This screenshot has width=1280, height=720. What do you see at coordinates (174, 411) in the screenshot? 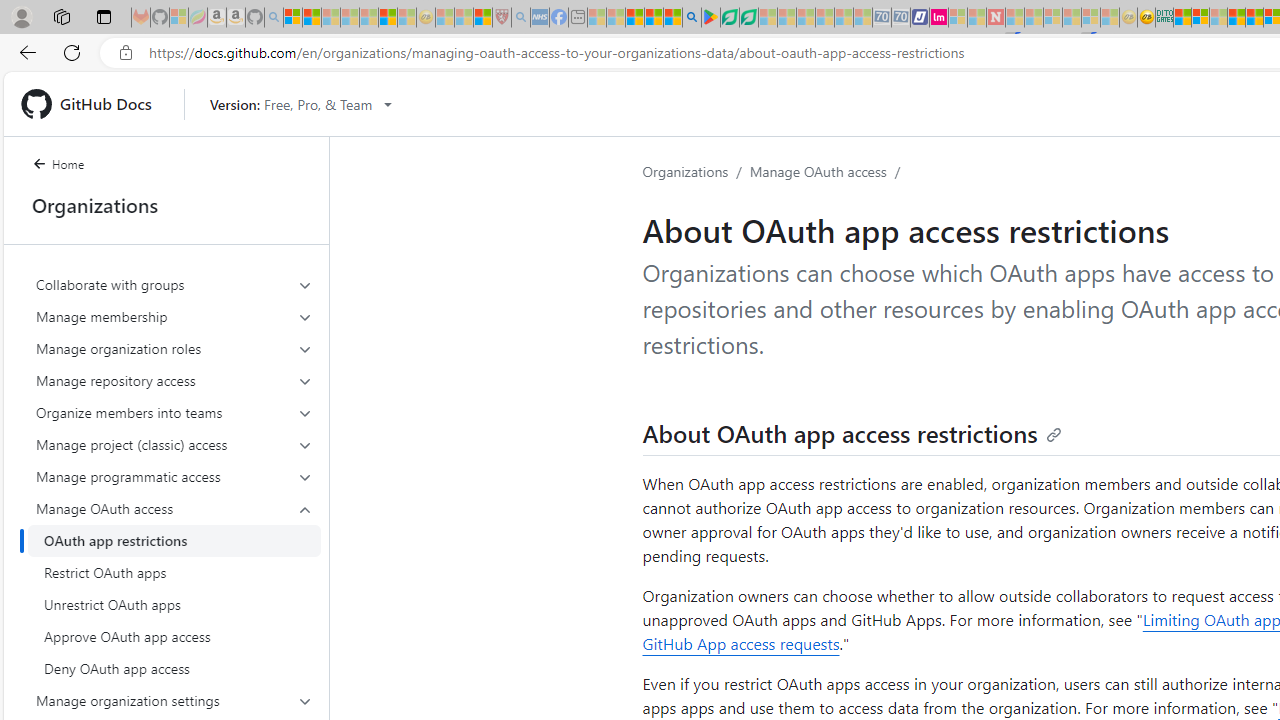
I see `'Organize members into teams'` at bounding box center [174, 411].